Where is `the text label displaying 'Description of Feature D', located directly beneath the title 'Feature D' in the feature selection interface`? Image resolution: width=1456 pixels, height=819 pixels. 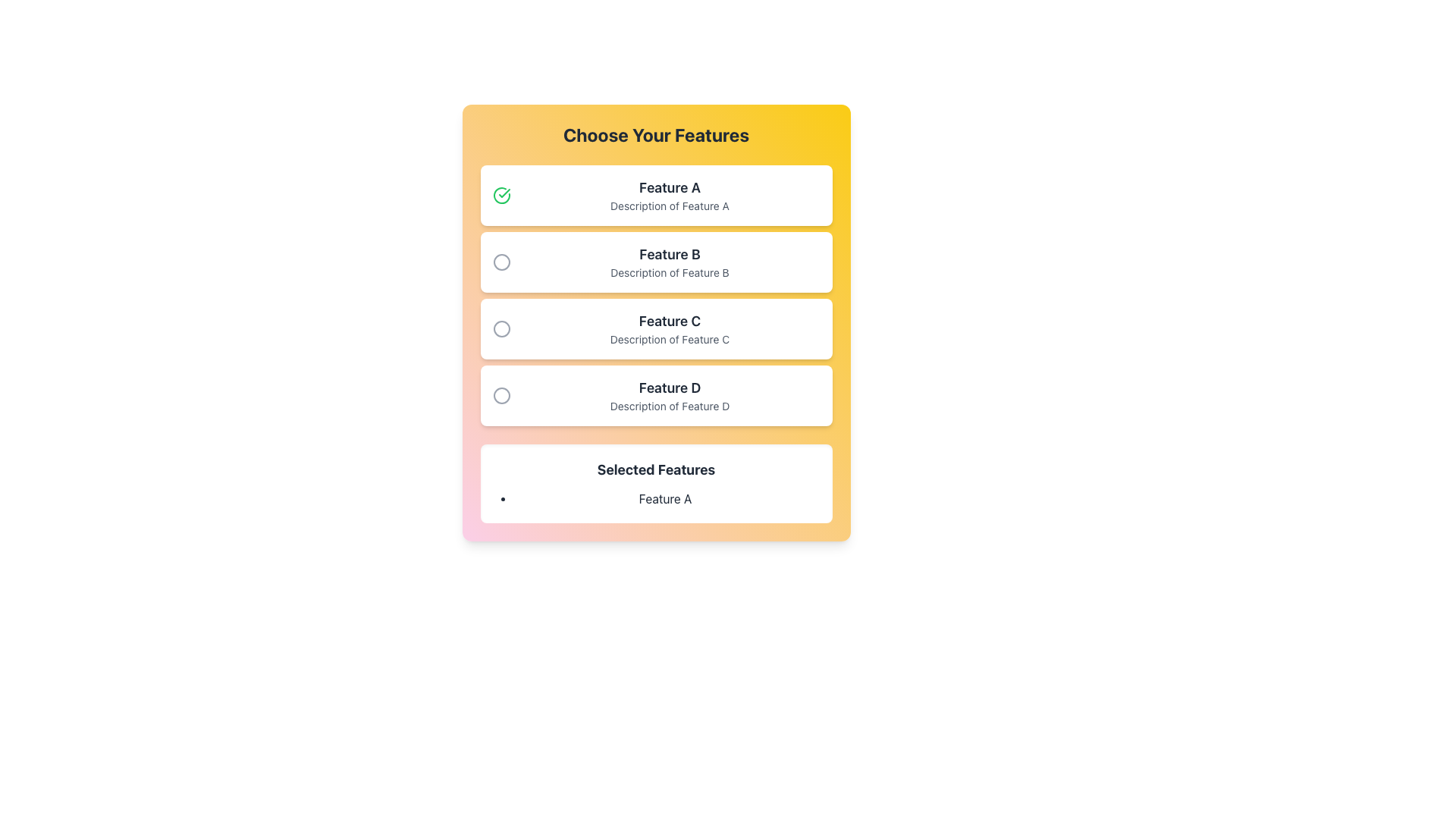 the text label displaying 'Description of Feature D', located directly beneath the title 'Feature D' in the feature selection interface is located at coordinates (669, 406).